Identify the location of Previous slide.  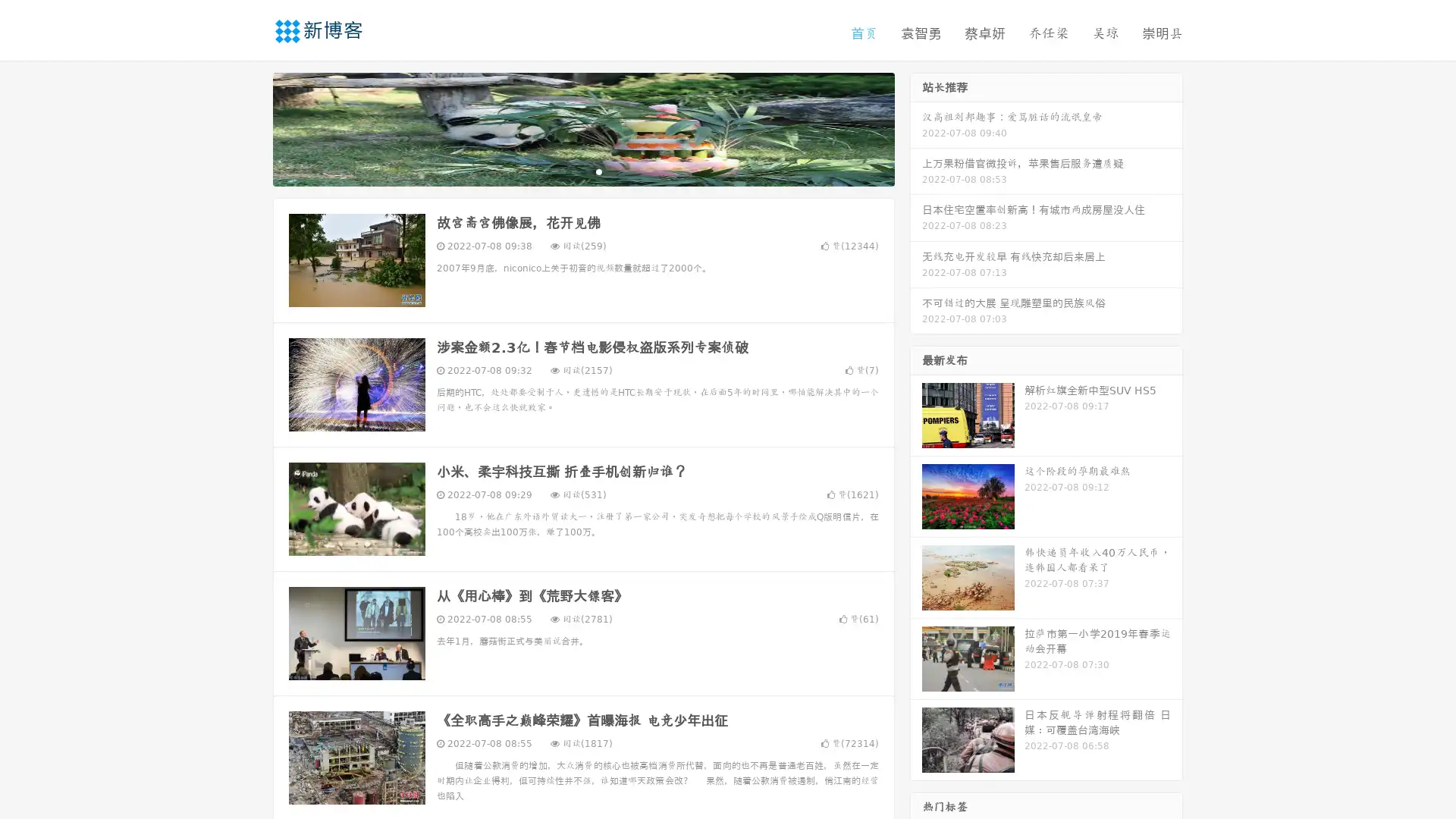
(250, 127).